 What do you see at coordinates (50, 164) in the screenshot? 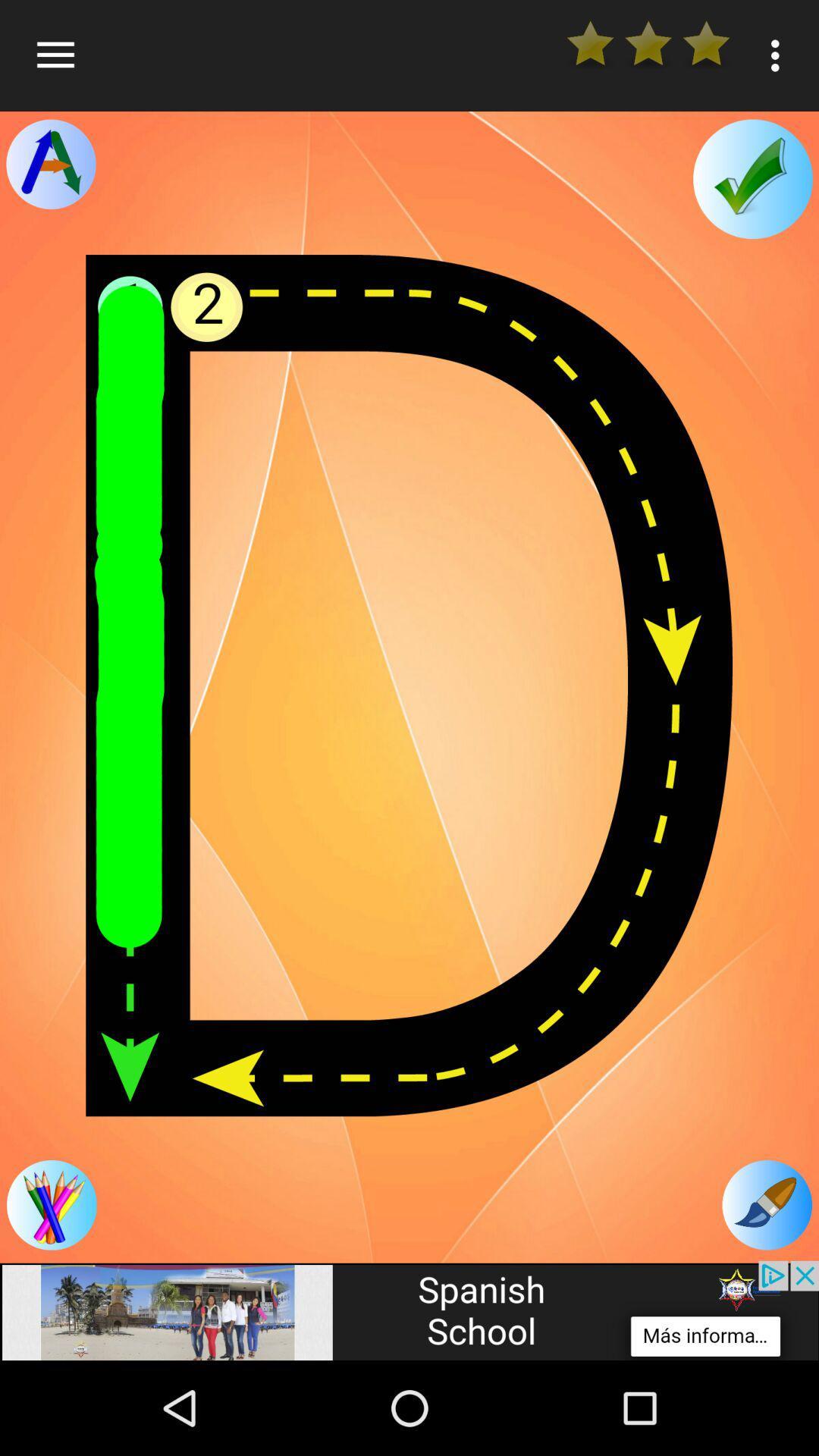
I see `tracing` at bounding box center [50, 164].